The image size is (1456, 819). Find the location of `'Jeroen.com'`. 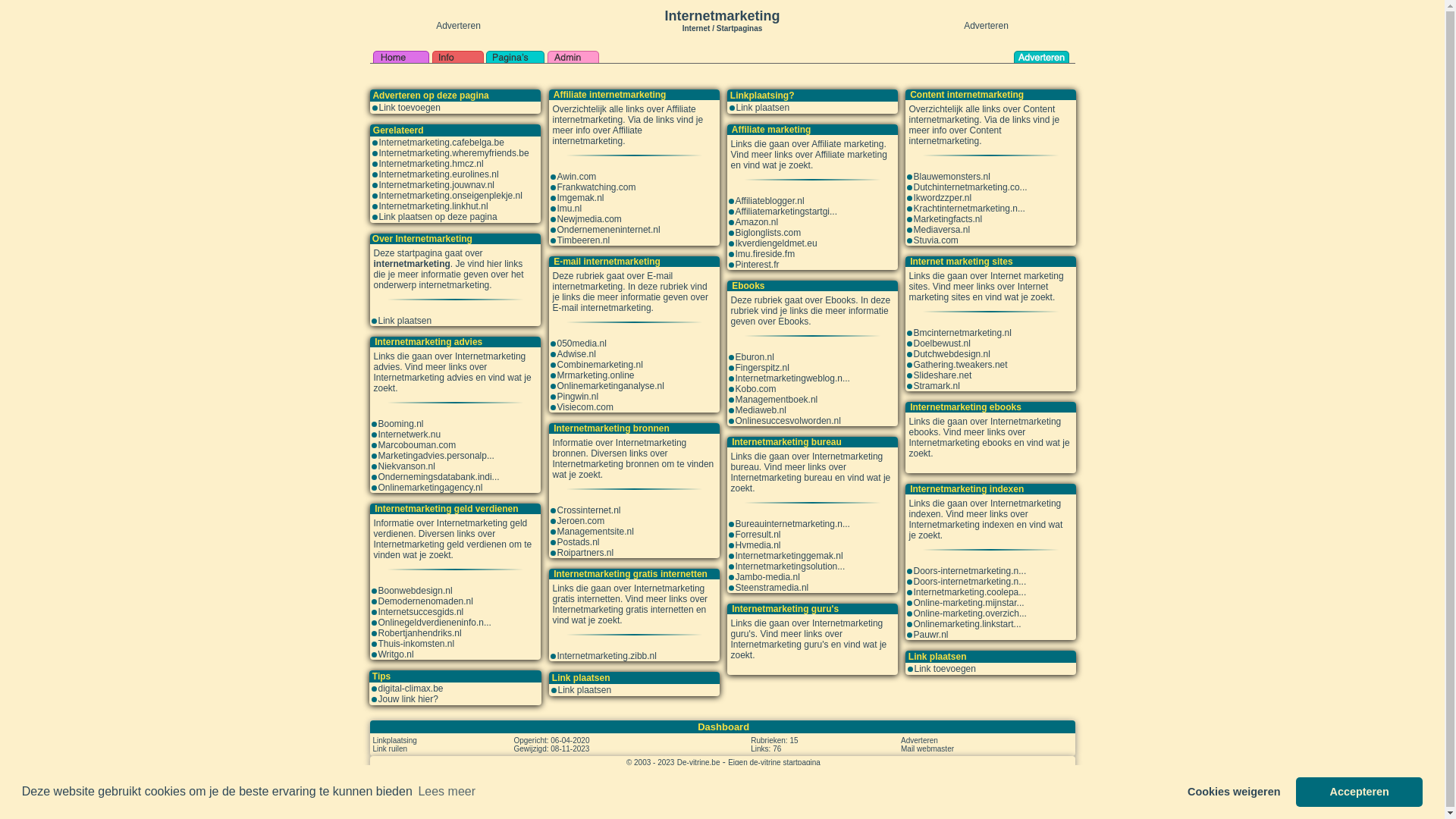

'Jeroen.com' is located at coordinates (579, 519).